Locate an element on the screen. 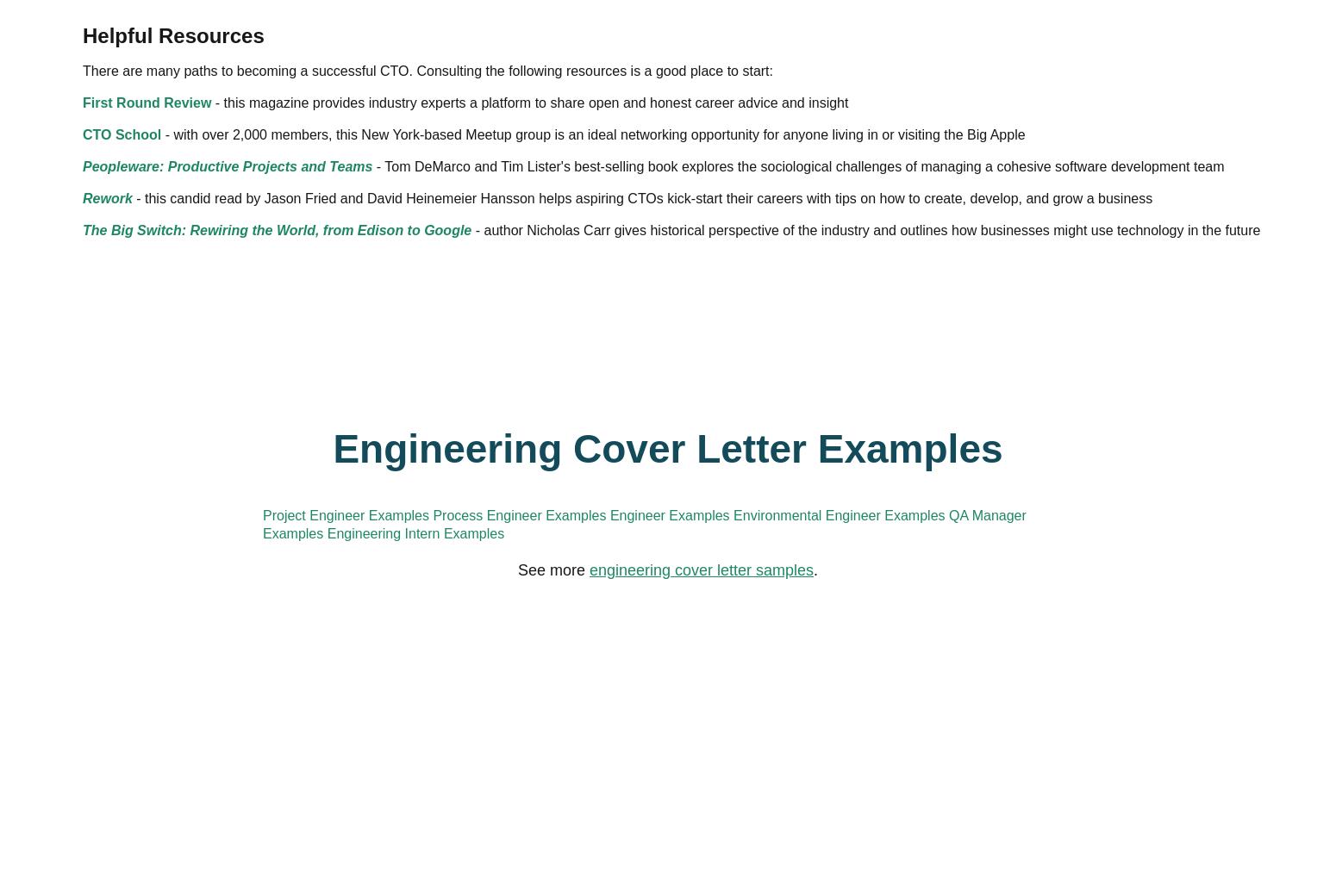 The width and height of the screenshot is (1336, 896). 'CTO School' is located at coordinates (409, 422).